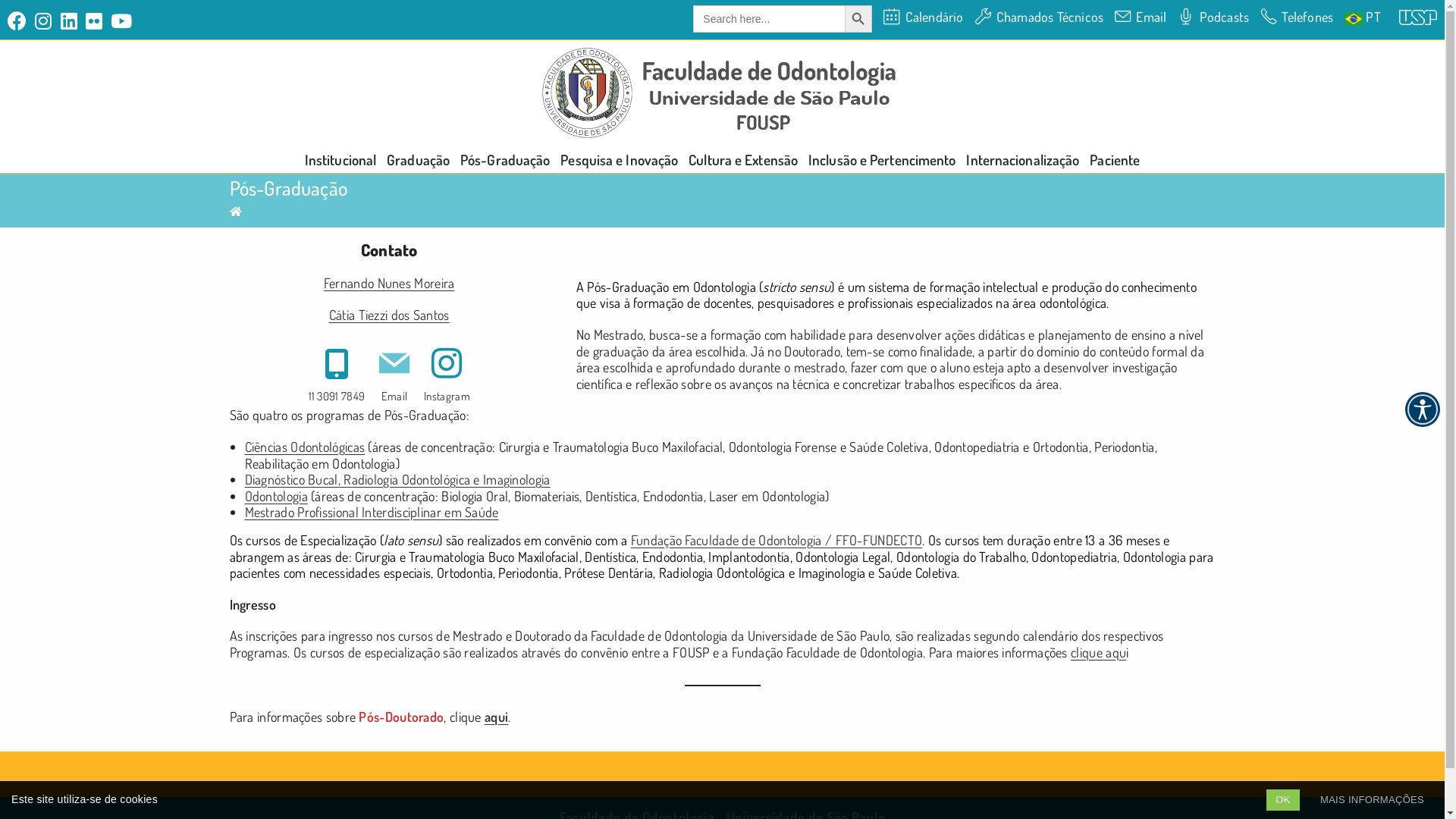 The height and width of the screenshot is (819, 1456). I want to click on 'Institucional', so click(340, 159).